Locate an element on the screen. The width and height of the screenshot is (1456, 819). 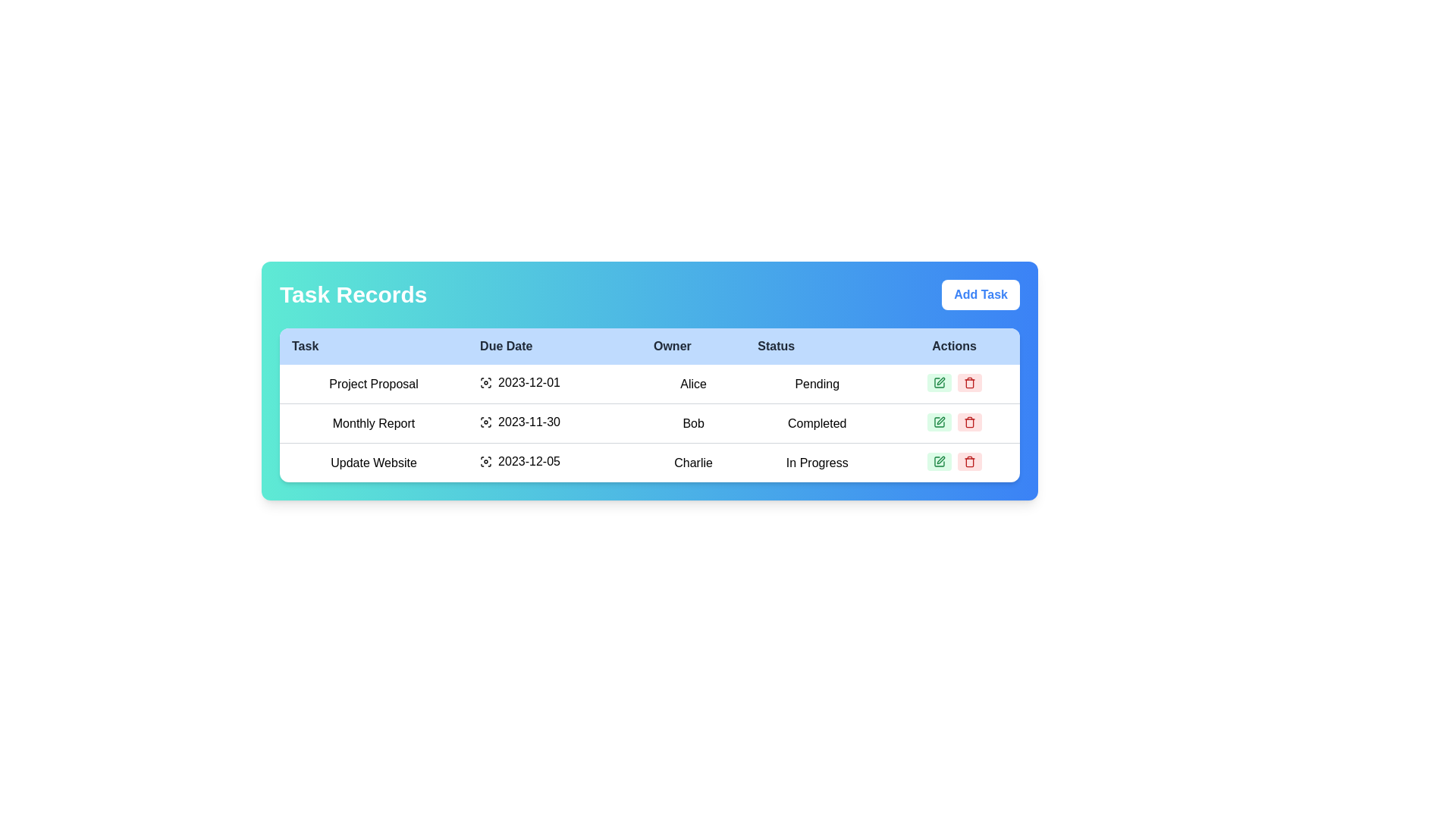
text displayed in the 'Project Proposal' label, located in the first cell of the row under the 'Task' column in the structured data table is located at coordinates (374, 383).